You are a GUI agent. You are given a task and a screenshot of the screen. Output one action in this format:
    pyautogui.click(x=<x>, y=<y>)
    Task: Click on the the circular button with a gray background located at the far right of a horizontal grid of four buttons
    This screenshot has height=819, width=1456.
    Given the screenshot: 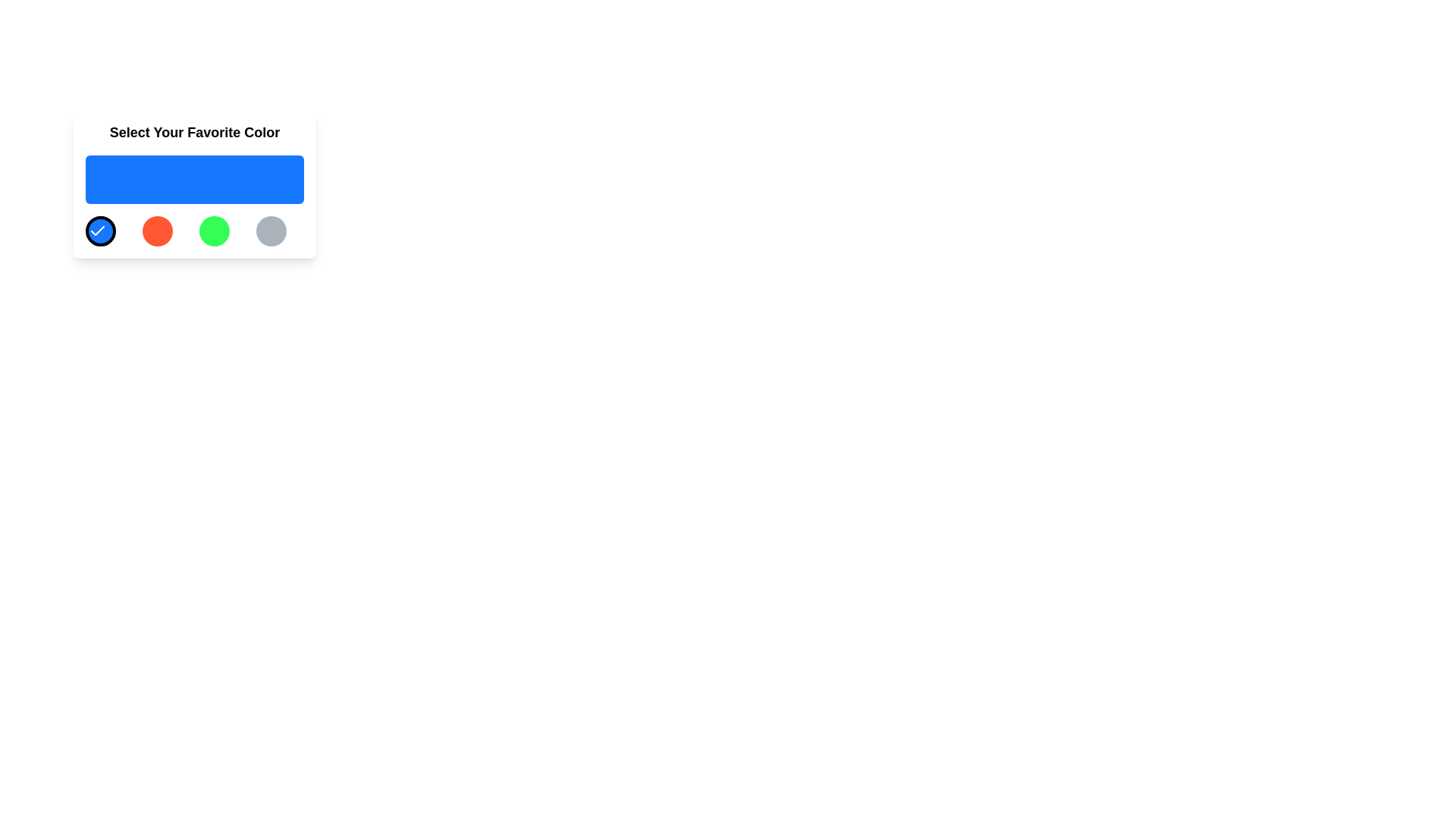 What is the action you would take?
    pyautogui.click(x=271, y=231)
    